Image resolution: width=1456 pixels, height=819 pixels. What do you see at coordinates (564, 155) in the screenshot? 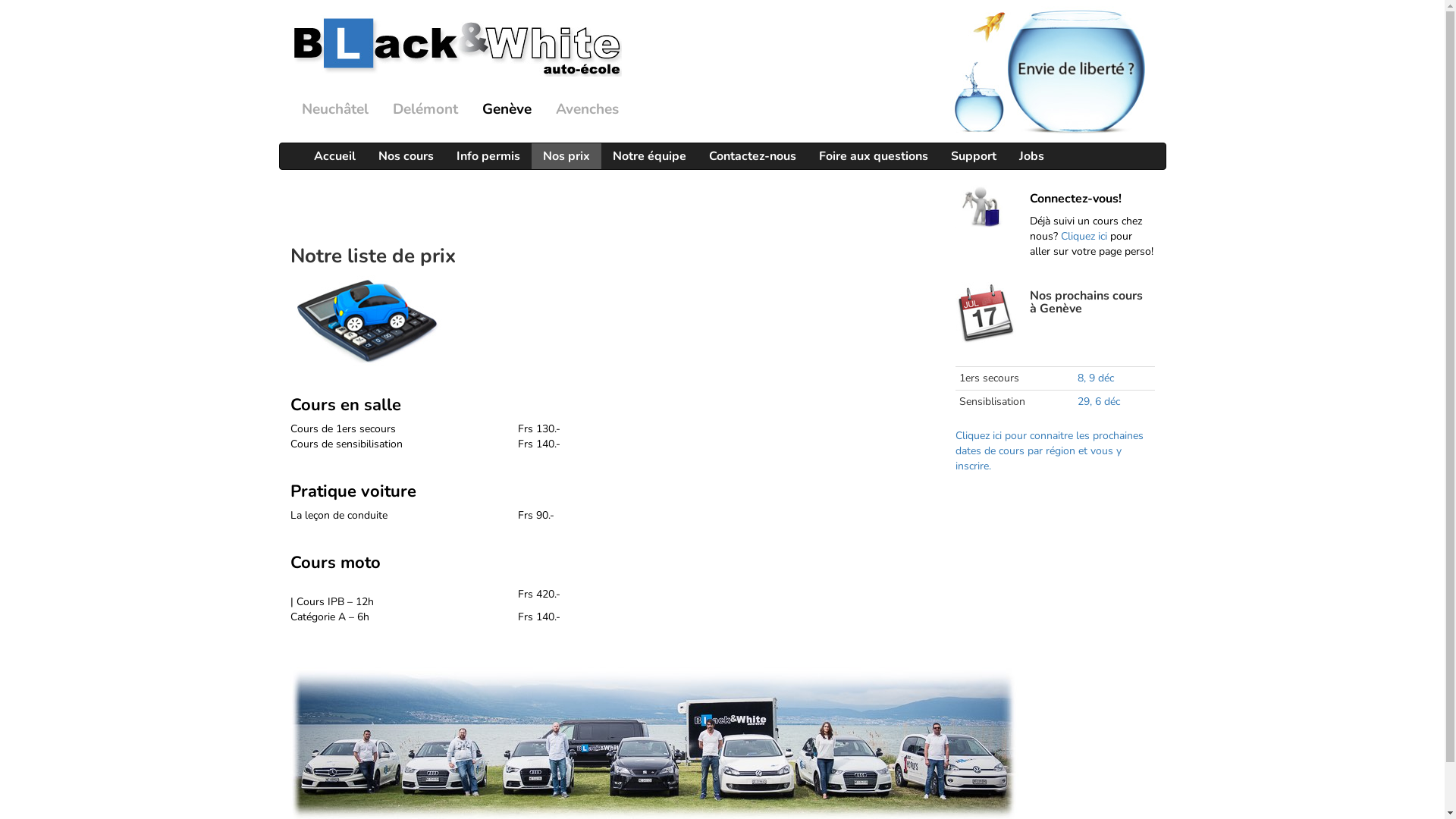
I see `'Nos prix'` at bounding box center [564, 155].